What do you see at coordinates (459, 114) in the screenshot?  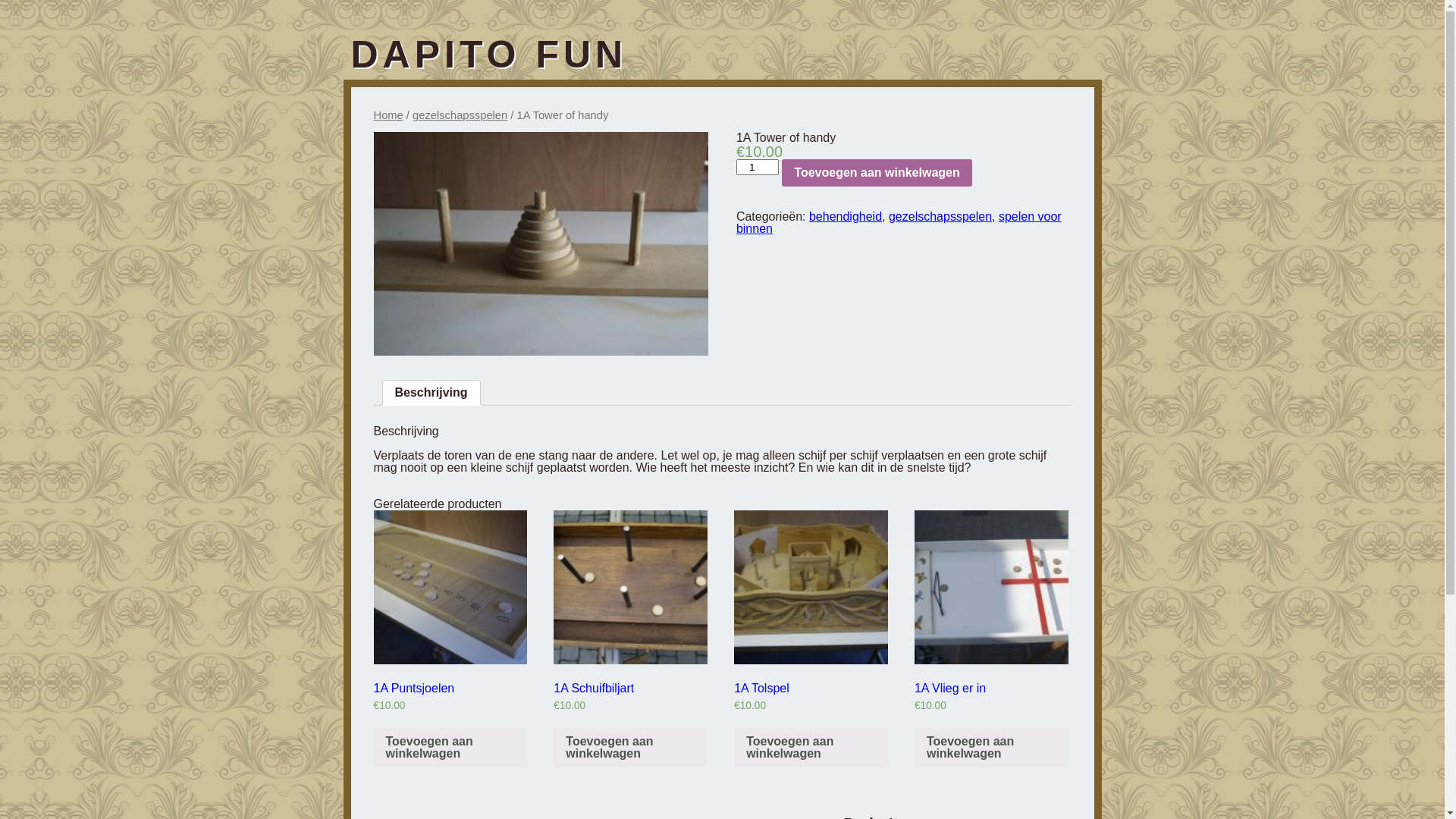 I see `'gezelschapsspelen'` at bounding box center [459, 114].